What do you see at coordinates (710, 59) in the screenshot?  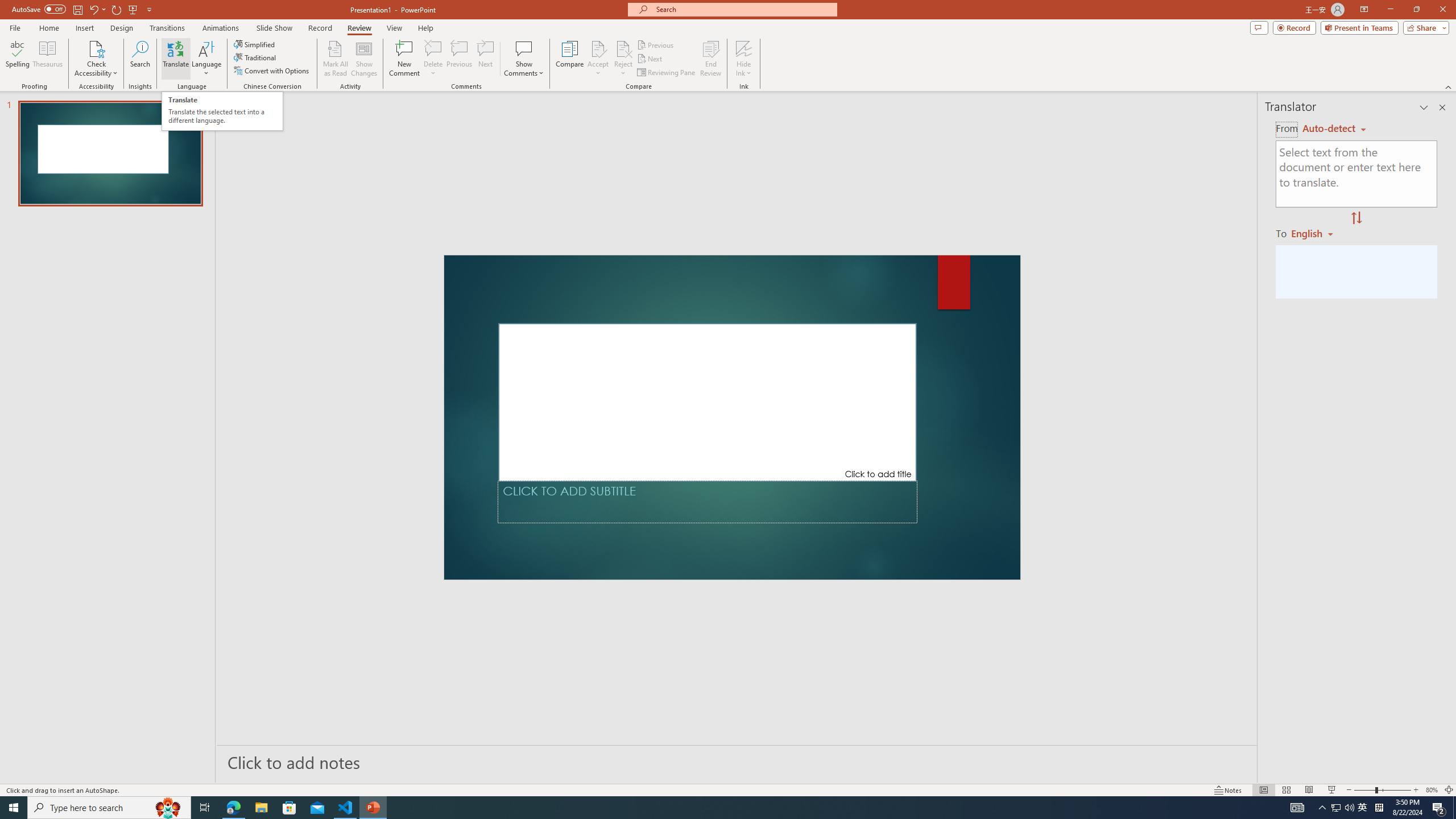 I see `'End Review'` at bounding box center [710, 59].